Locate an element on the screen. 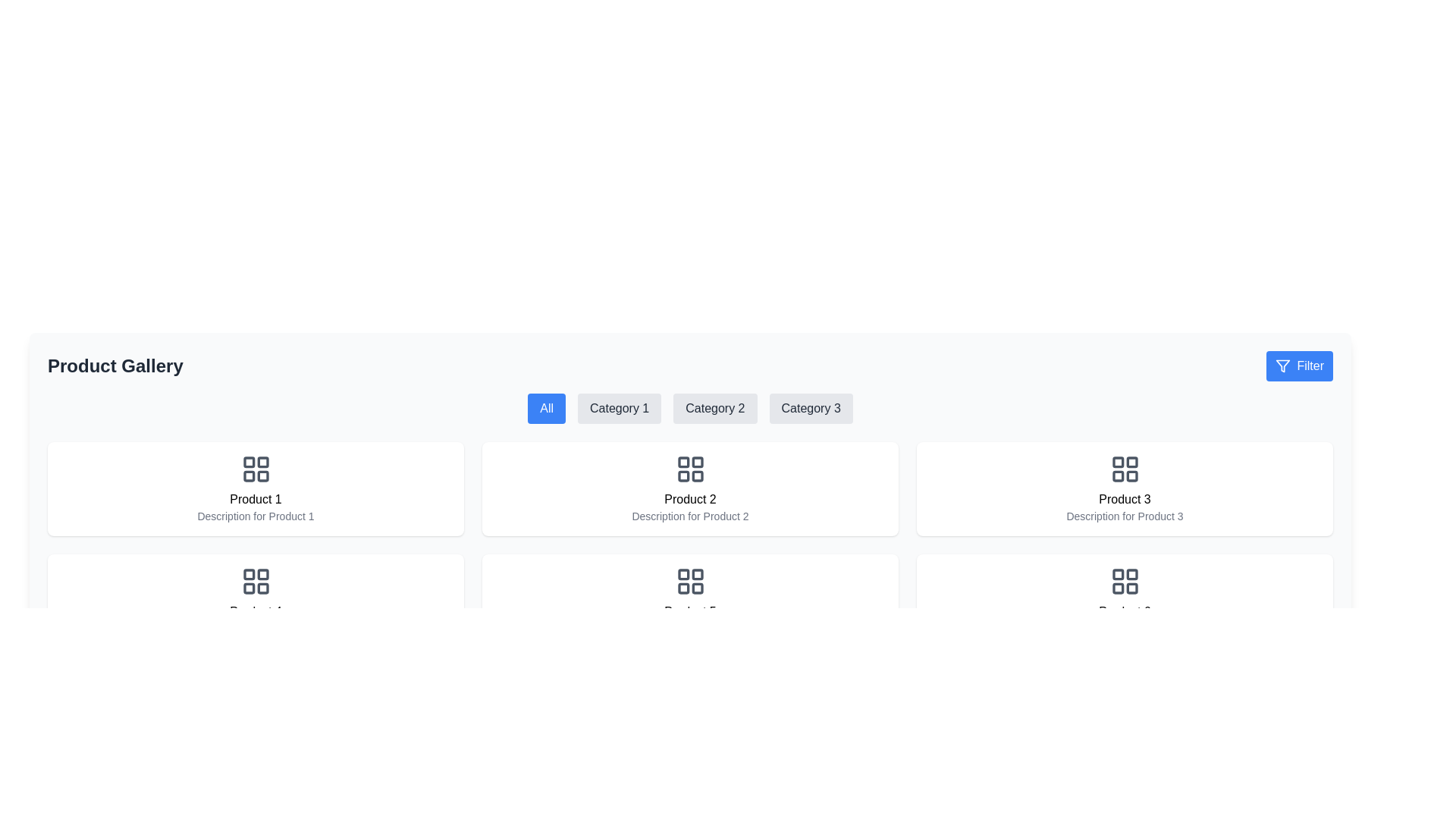  the bottom-right grid cell of the grid layout icon within the 'Product 2' card, which symbolizes layout functionality is located at coordinates (696, 475).